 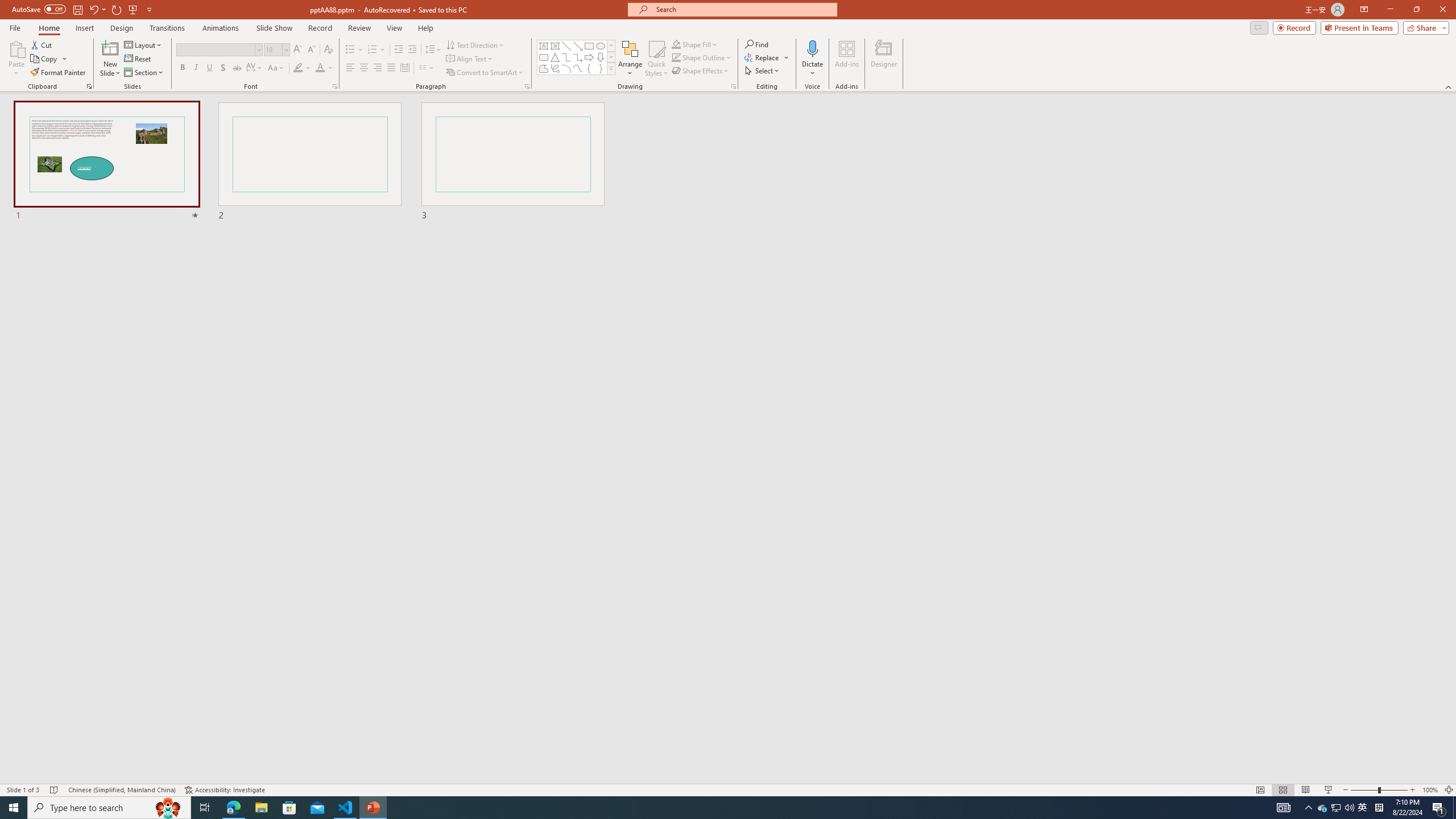 What do you see at coordinates (475, 44) in the screenshot?
I see `'Text Direction'` at bounding box center [475, 44].